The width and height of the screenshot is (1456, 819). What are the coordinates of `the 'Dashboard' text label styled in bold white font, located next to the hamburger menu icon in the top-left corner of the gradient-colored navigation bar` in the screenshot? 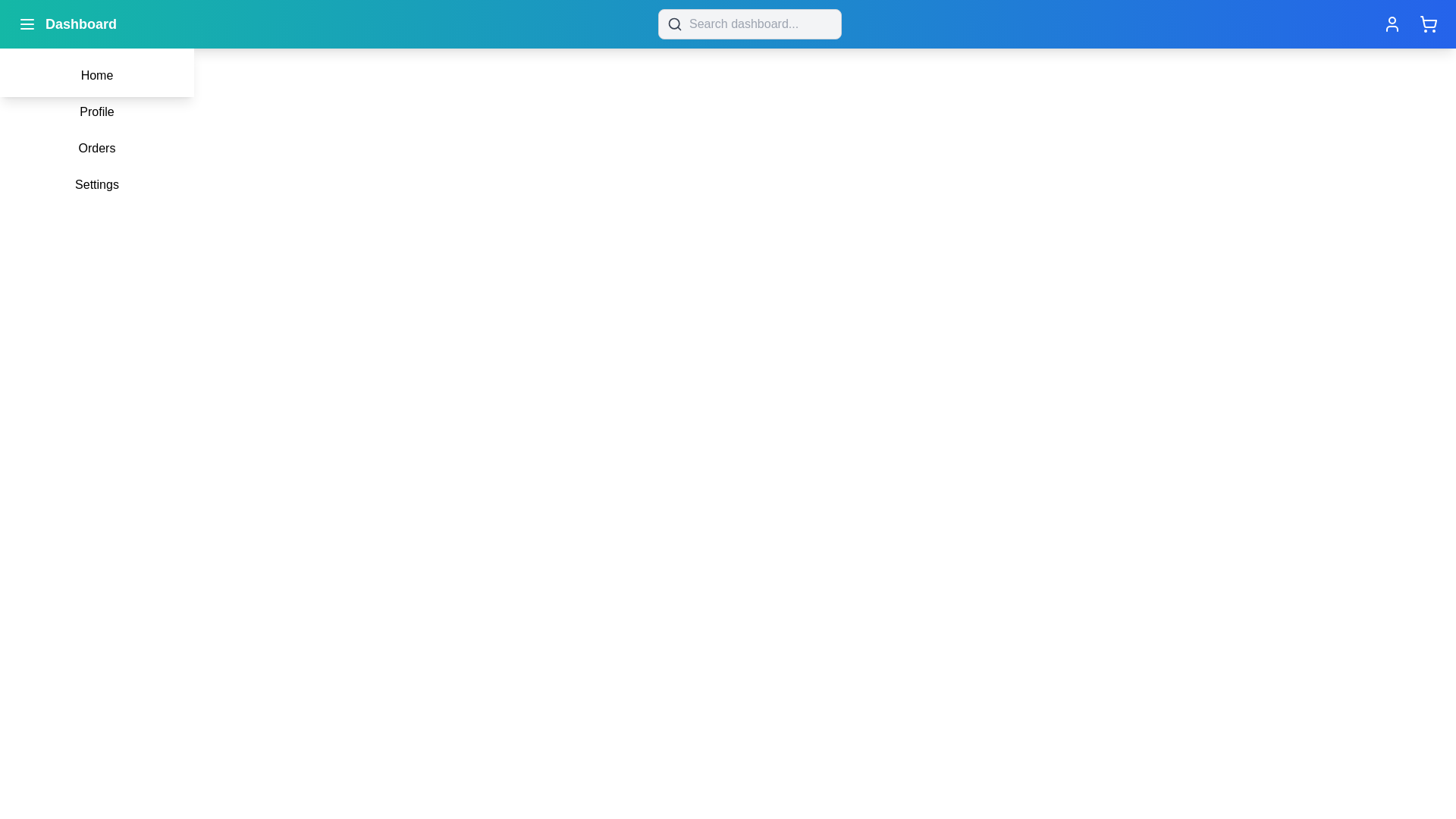 It's located at (67, 24).